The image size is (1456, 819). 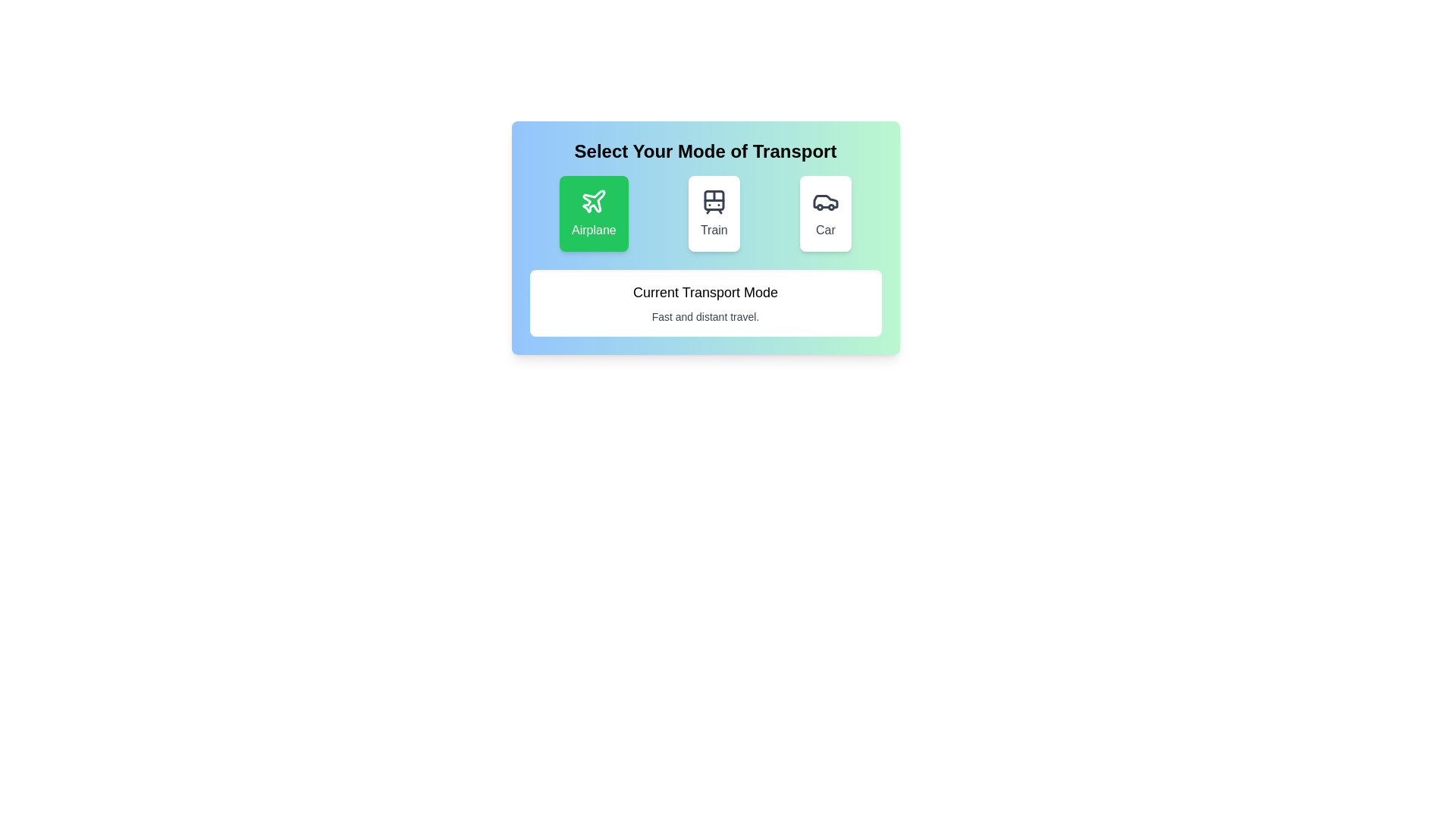 What do you see at coordinates (712, 213) in the screenshot?
I see `the button corresponding to the transportation mode Train` at bounding box center [712, 213].